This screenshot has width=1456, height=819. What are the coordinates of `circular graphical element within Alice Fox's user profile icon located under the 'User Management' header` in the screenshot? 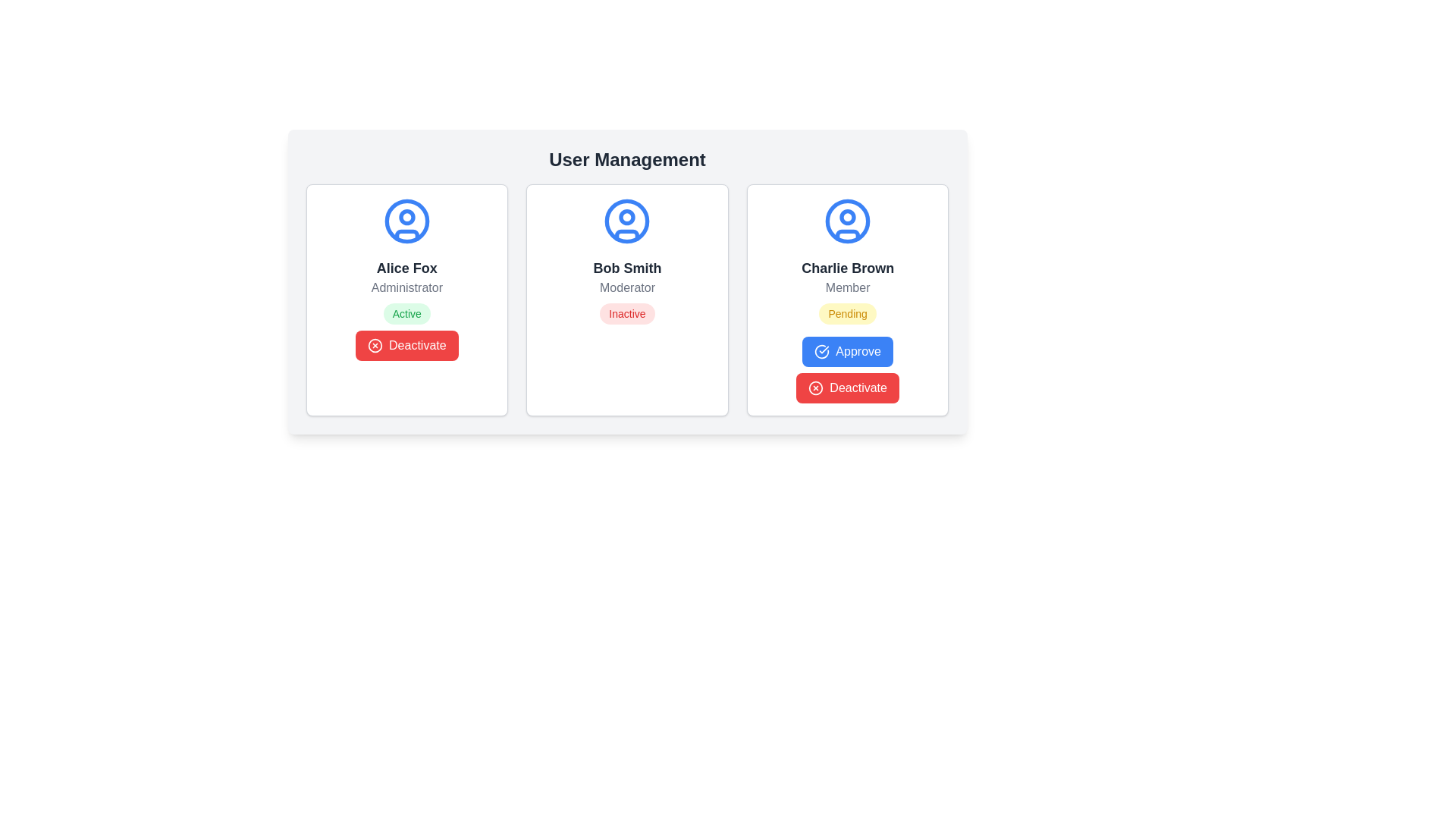 It's located at (406, 221).